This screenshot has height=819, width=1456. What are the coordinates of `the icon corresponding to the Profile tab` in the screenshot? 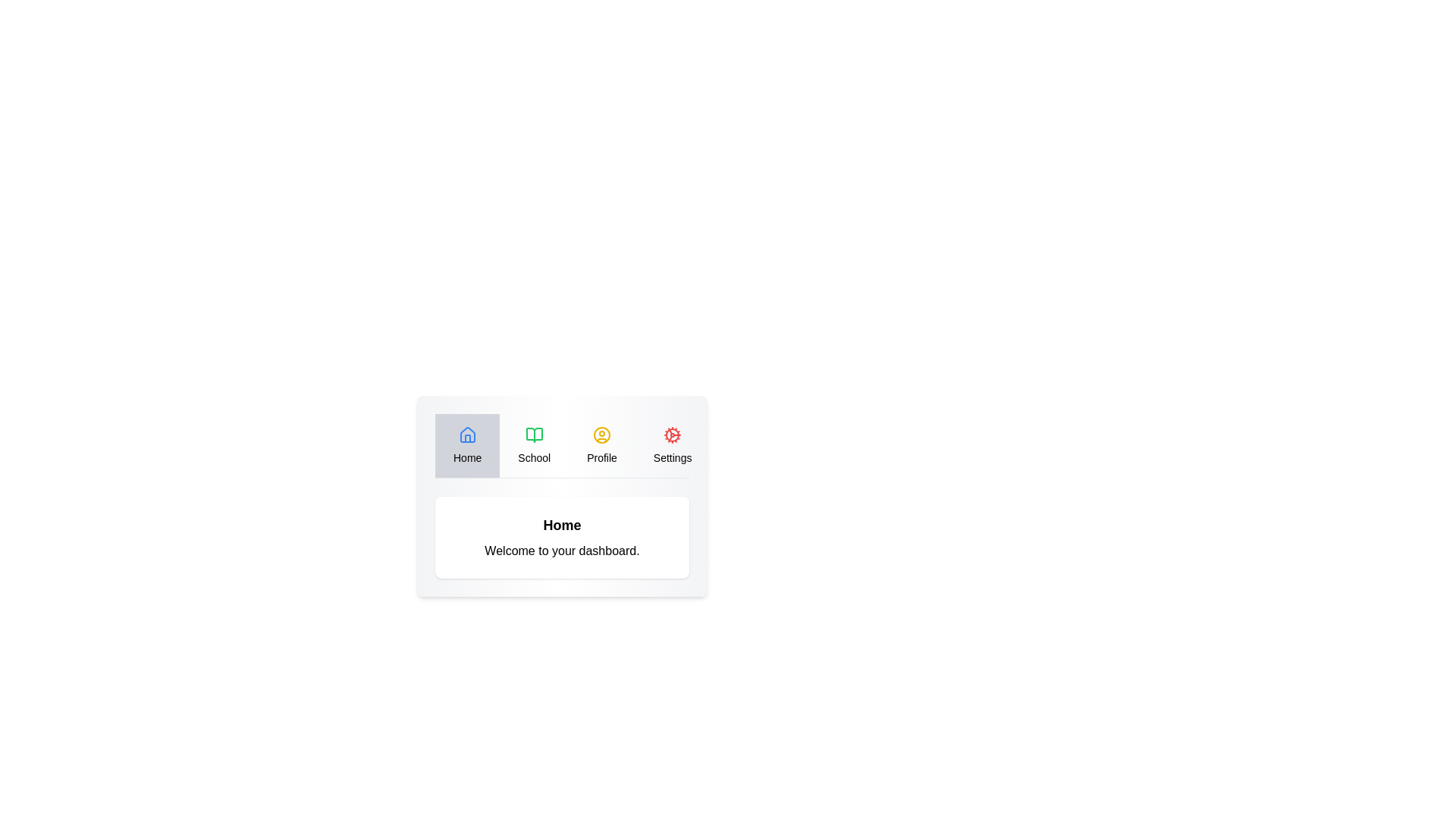 It's located at (601, 435).